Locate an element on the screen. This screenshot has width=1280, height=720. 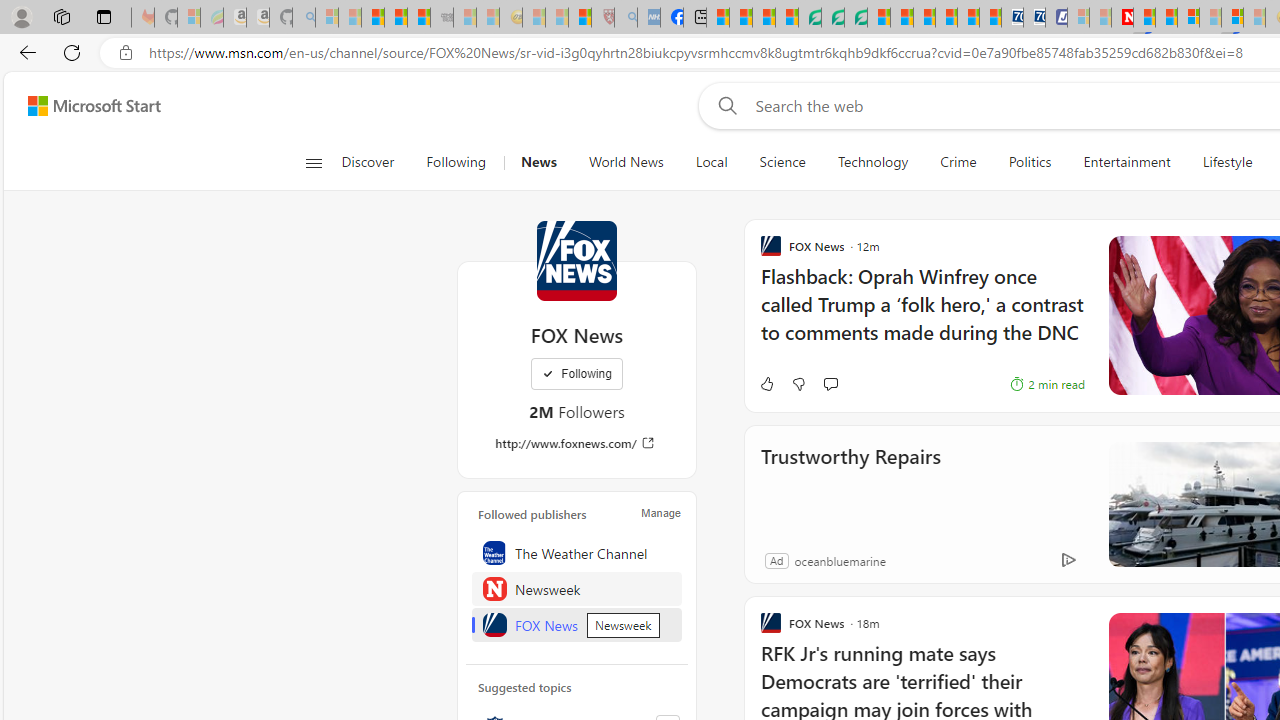
'LendingTree - Compare Lenders' is located at coordinates (809, 17).